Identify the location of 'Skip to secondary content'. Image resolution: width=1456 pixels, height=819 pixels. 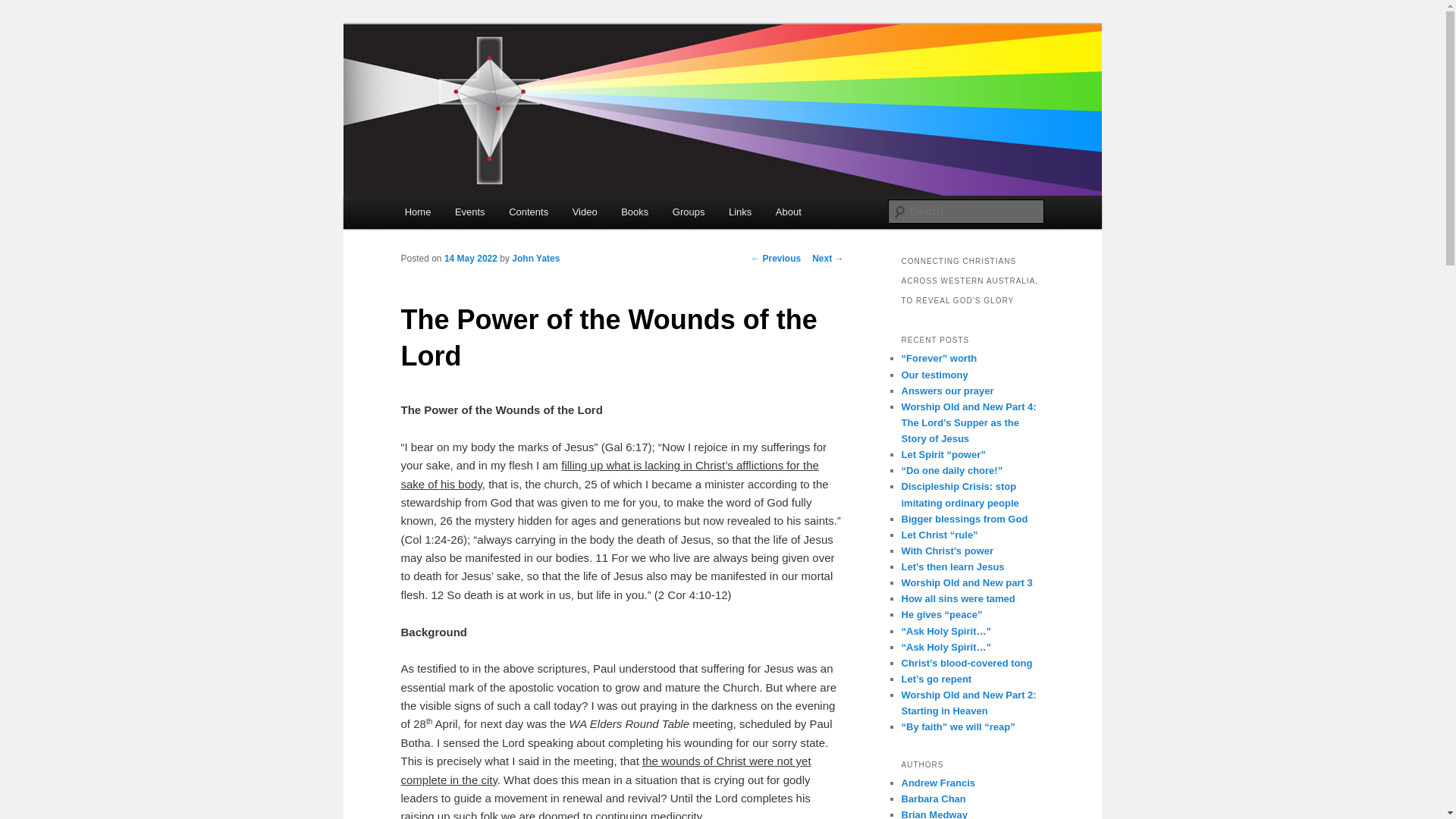
(479, 214).